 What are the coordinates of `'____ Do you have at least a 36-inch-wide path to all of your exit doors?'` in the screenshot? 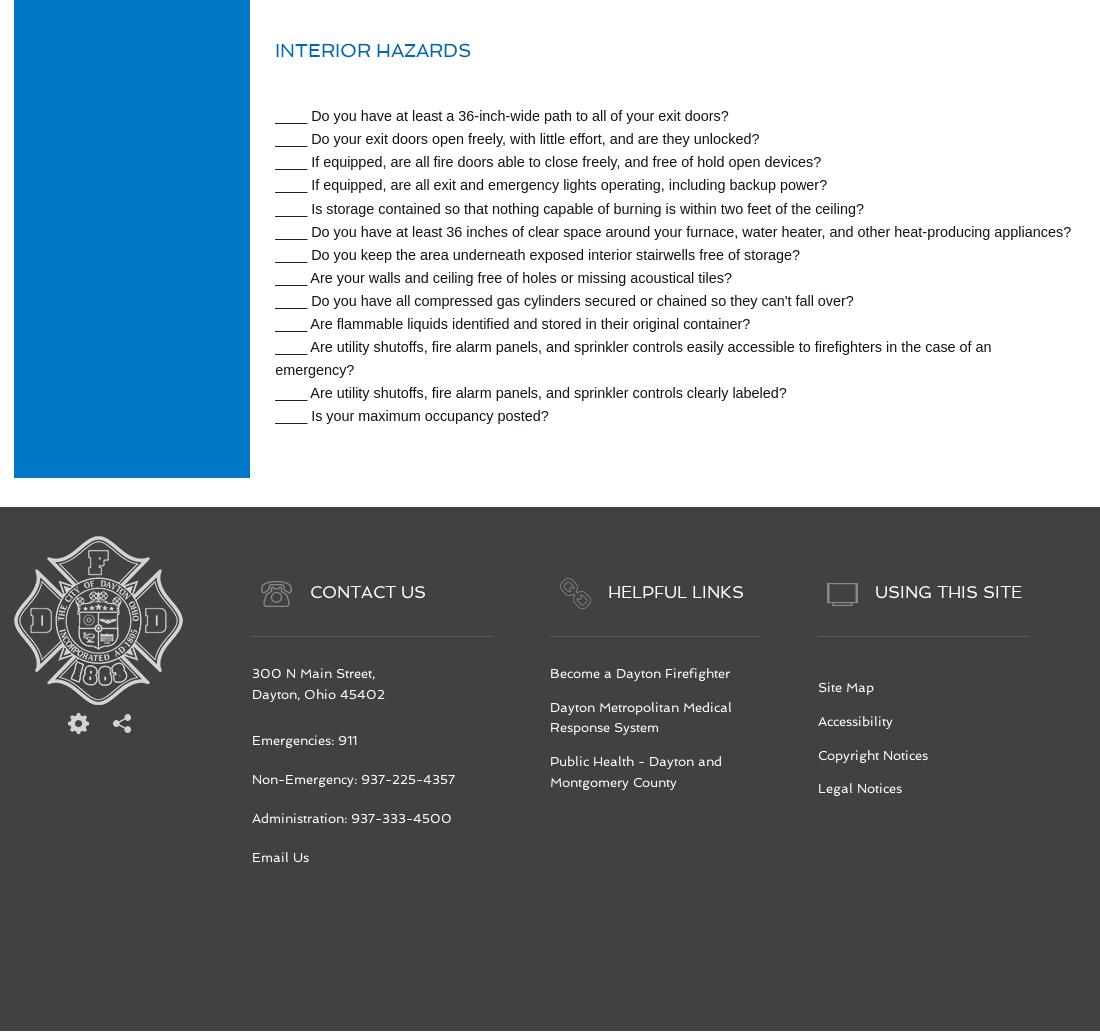 It's located at (501, 116).